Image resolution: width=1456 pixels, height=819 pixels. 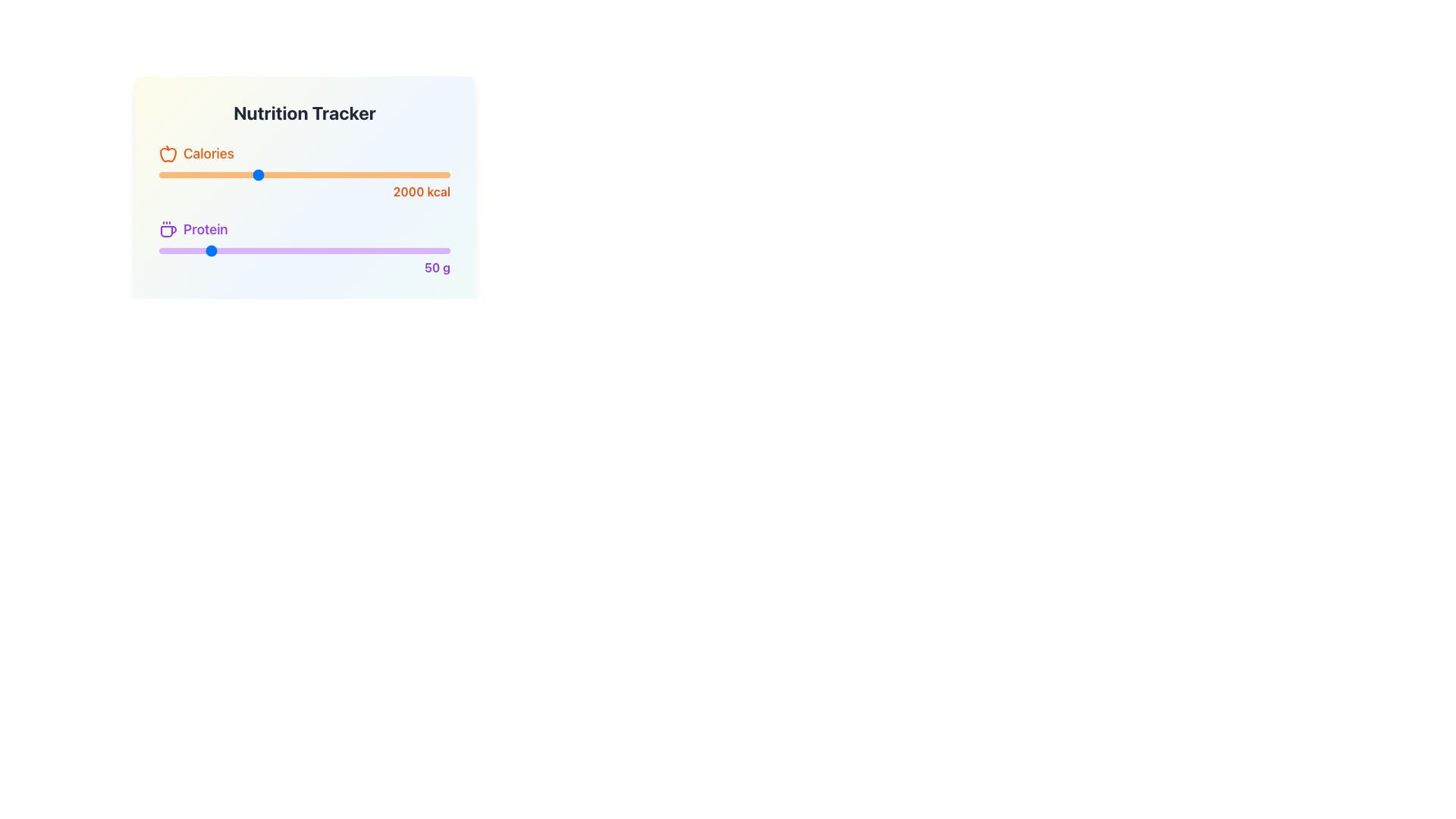 I want to click on the calorie consumption slider, which is positioned below the 'Calories' label and above the text '2000 kcal', so click(x=304, y=174).